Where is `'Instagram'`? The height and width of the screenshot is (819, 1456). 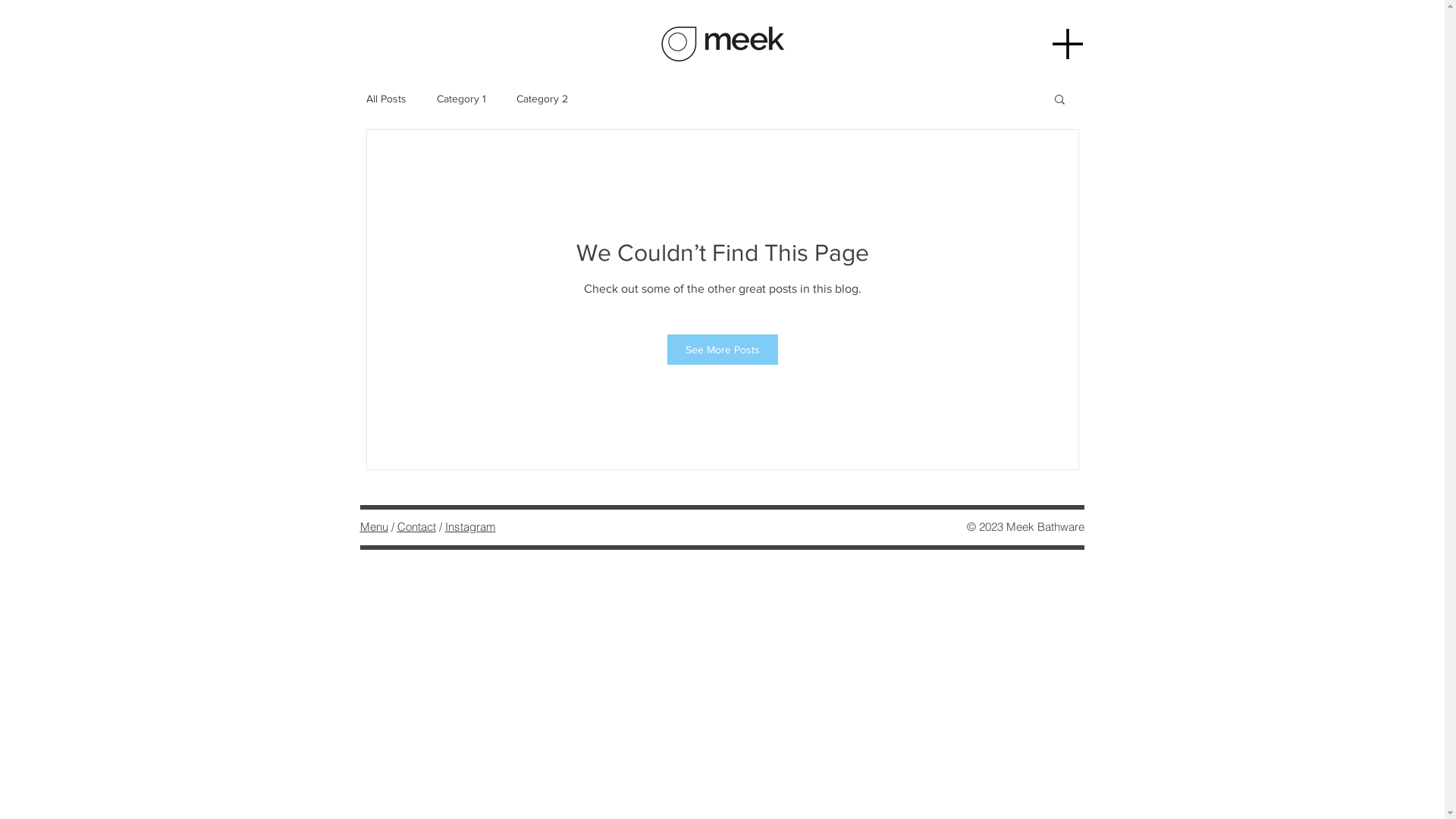 'Instagram' is located at coordinates (469, 526).